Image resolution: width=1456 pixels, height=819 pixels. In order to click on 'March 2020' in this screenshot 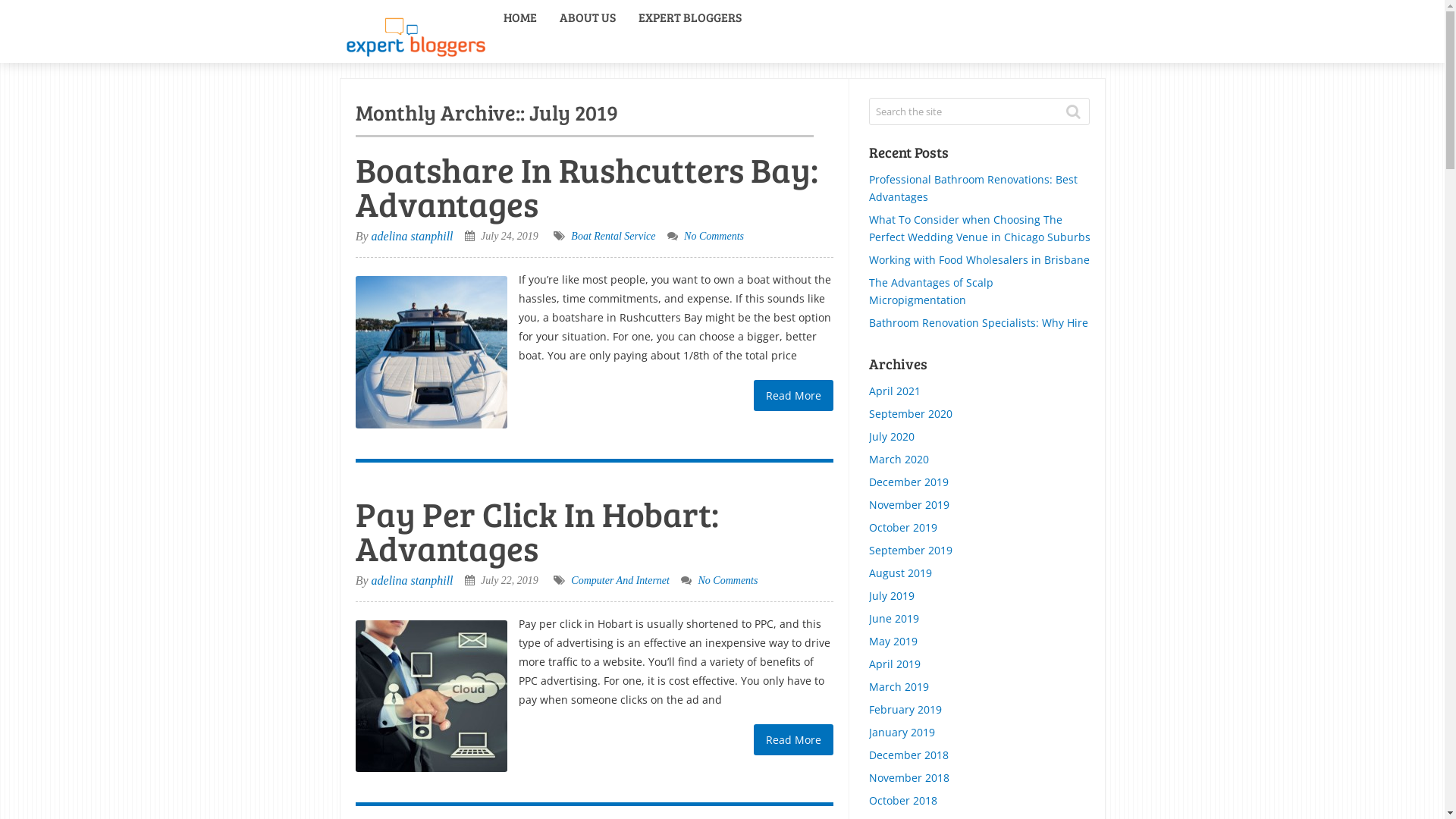, I will do `click(899, 458)`.